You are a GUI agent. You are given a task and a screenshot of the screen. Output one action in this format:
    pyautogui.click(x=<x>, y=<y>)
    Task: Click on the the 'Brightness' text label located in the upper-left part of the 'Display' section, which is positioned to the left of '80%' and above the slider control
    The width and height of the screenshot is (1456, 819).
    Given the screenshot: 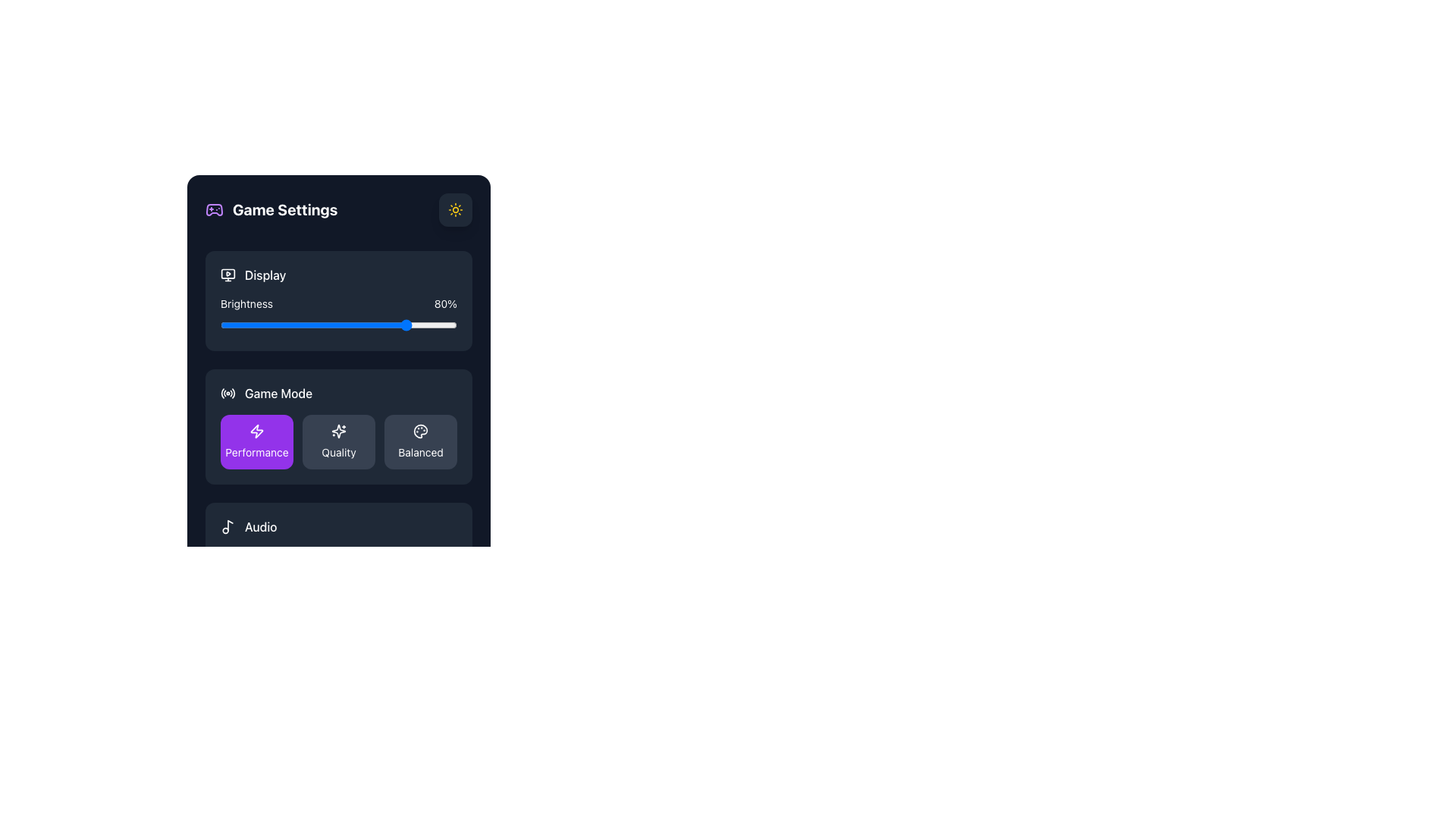 What is the action you would take?
    pyautogui.click(x=246, y=304)
    